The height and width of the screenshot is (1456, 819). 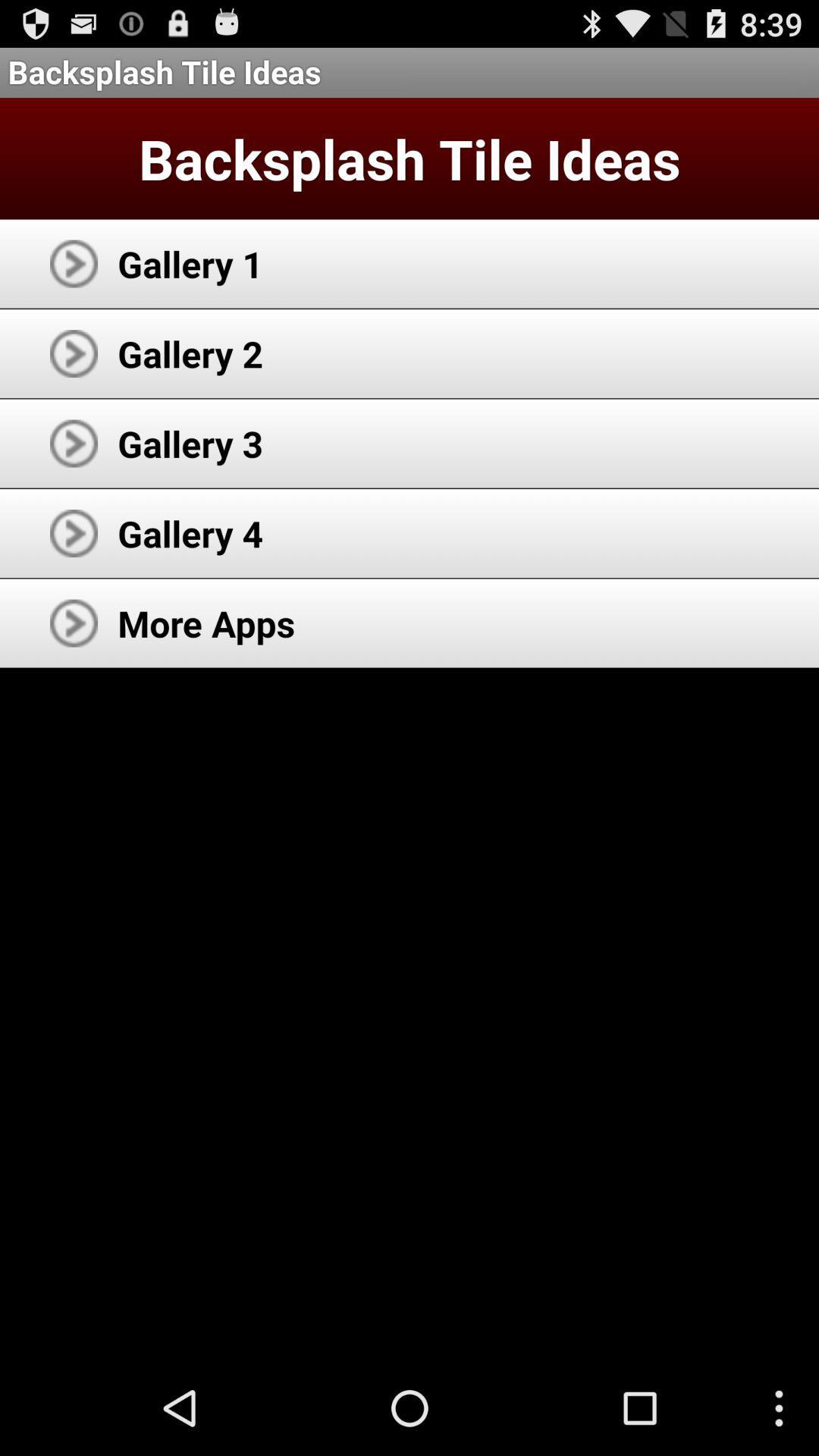 I want to click on item above gallery 3 item, so click(x=190, y=353).